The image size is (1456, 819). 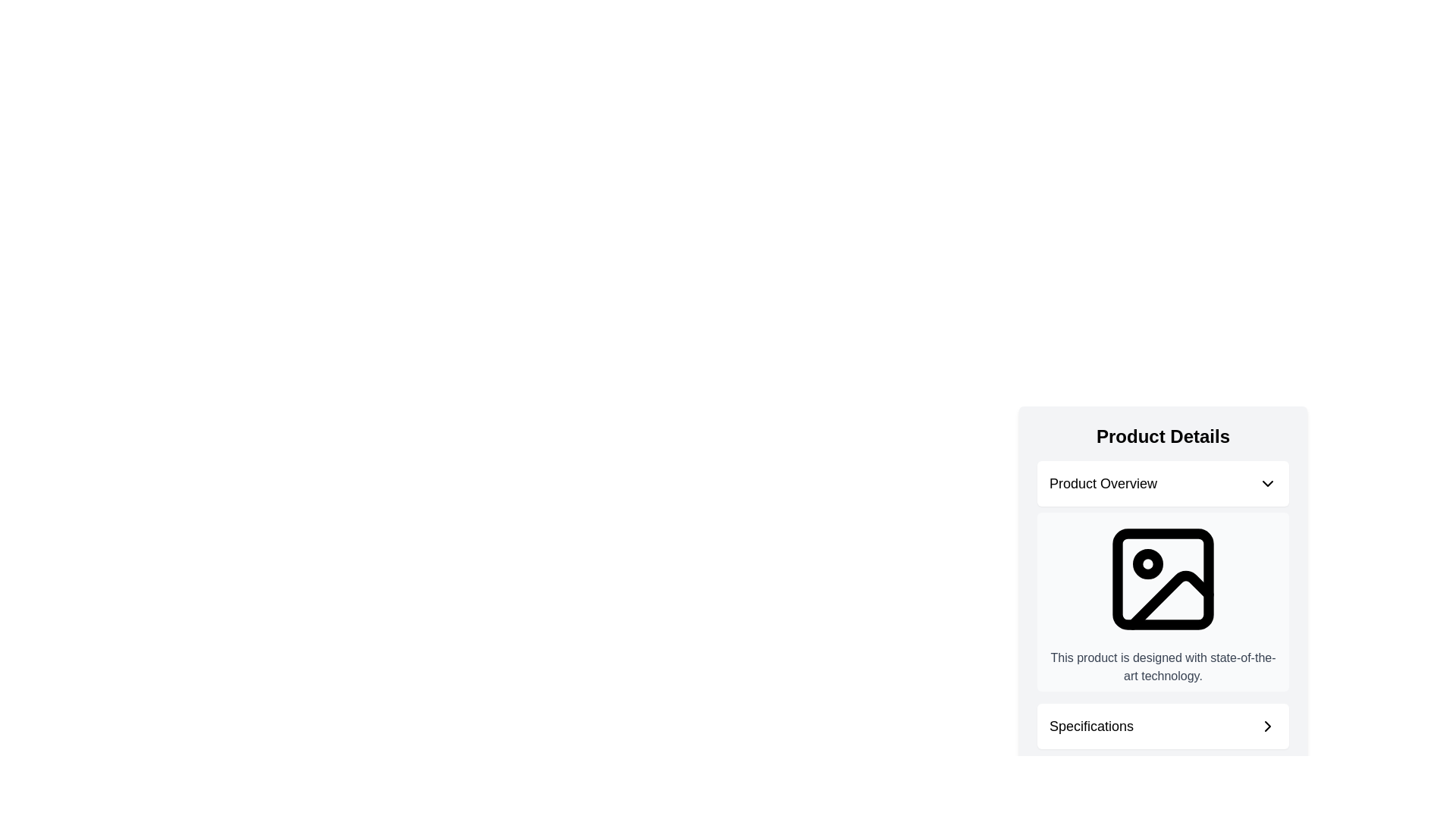 What do you see at coordinates (1163, 601) in the screenshot?
I see `the Composite component that combines an image icon and descriptive text in the 'Product Overview' section` at bounding box center [1163, 601].